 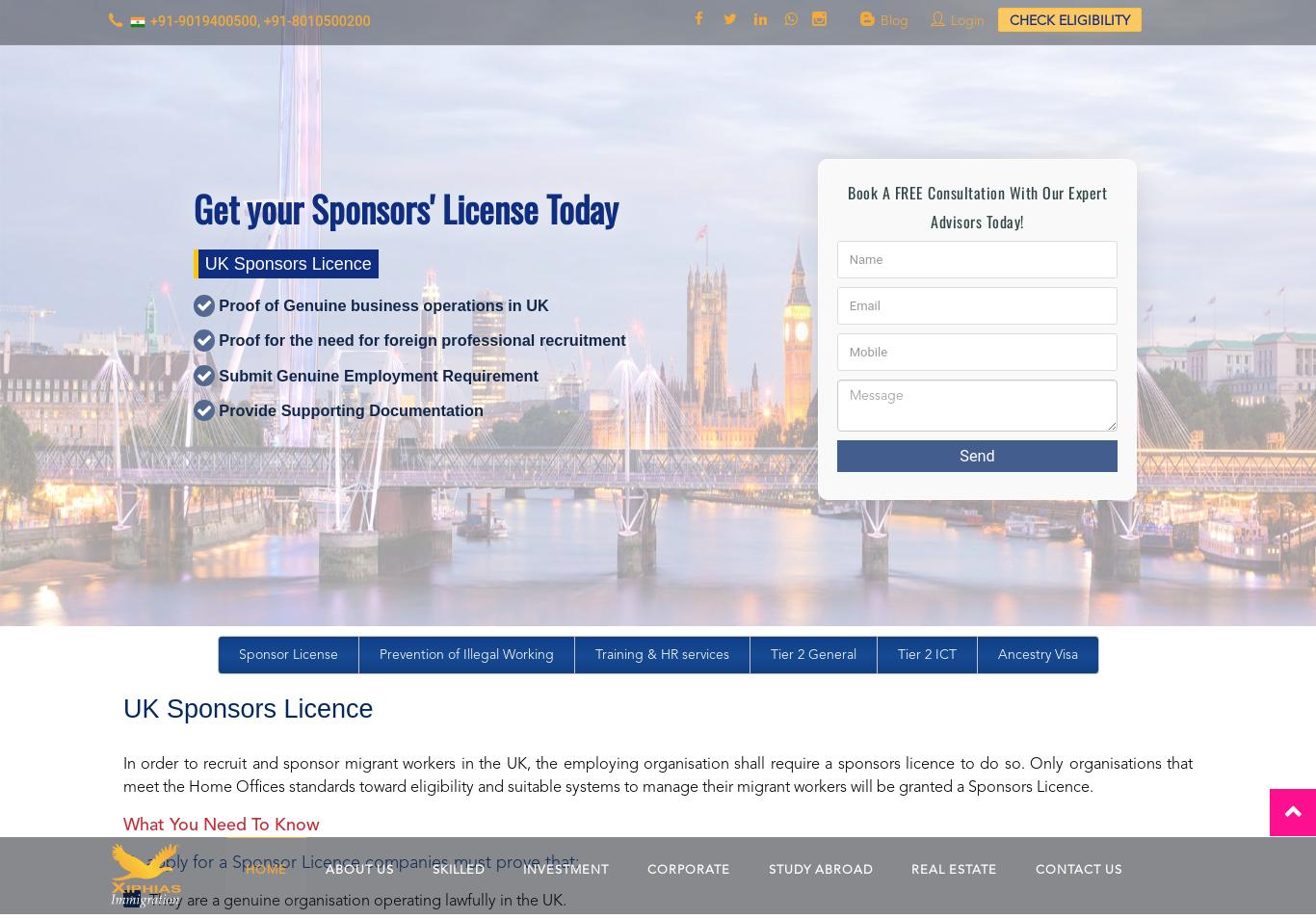 What do you see at coordinates (128, 583) in the screenshot?
I see `'Our Affiliates'` at bounding box center [128, 583].